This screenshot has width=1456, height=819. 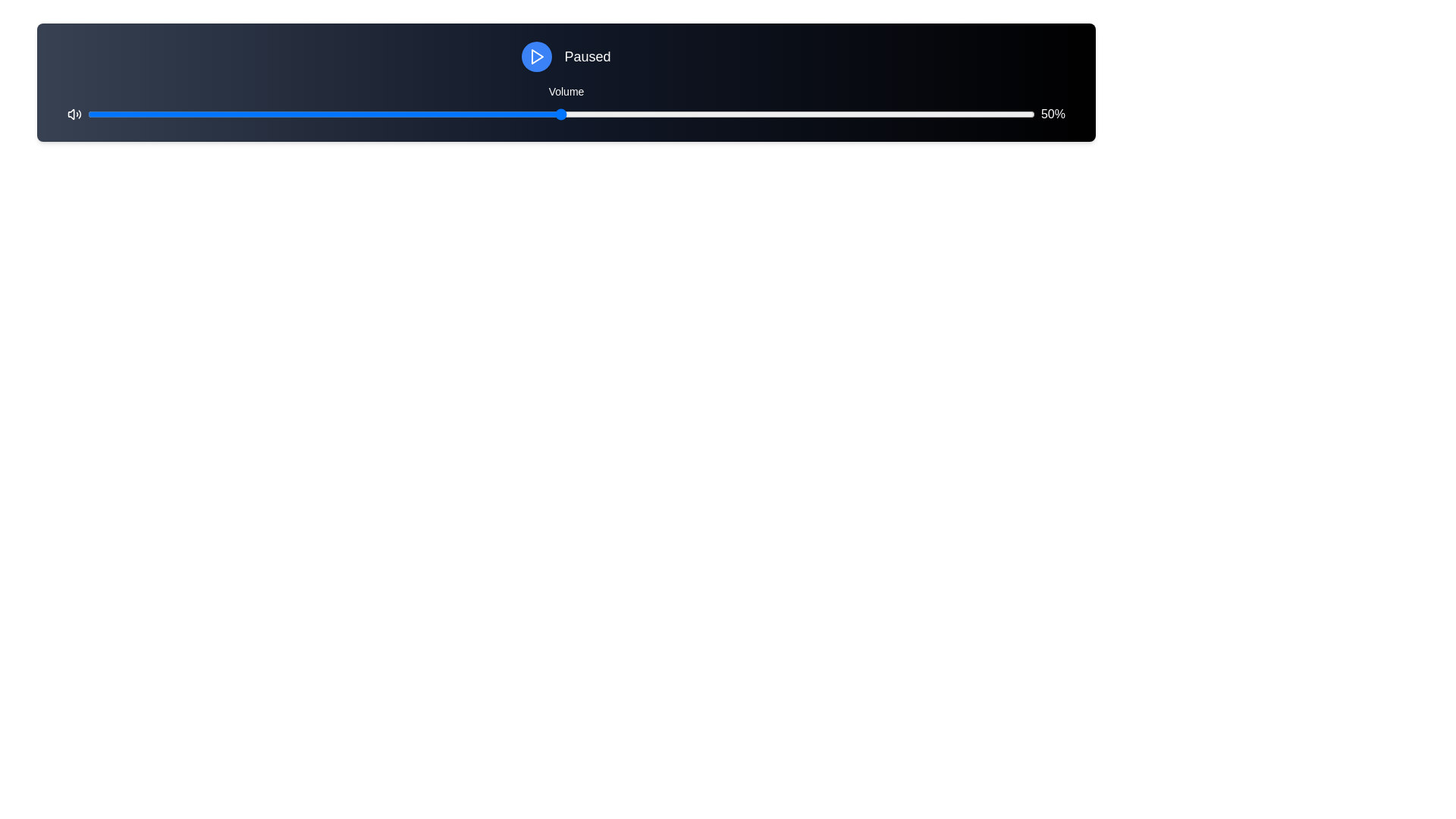 What do you see at coordinates (86, 113) in the screenshot?
I see `the volume level` at bounding box center [86, 113].